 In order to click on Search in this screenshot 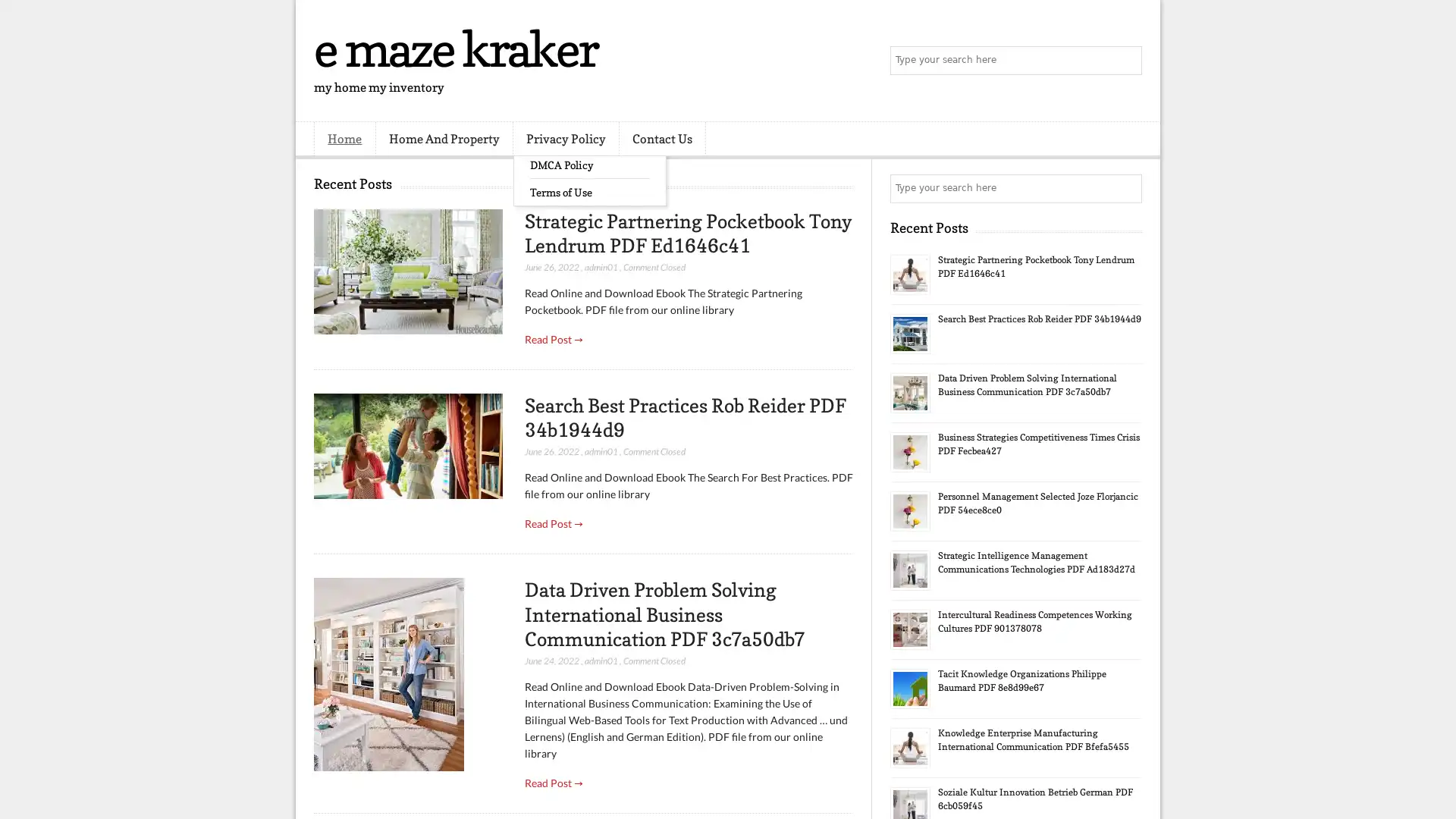, I will do `click(1126, 61)`.